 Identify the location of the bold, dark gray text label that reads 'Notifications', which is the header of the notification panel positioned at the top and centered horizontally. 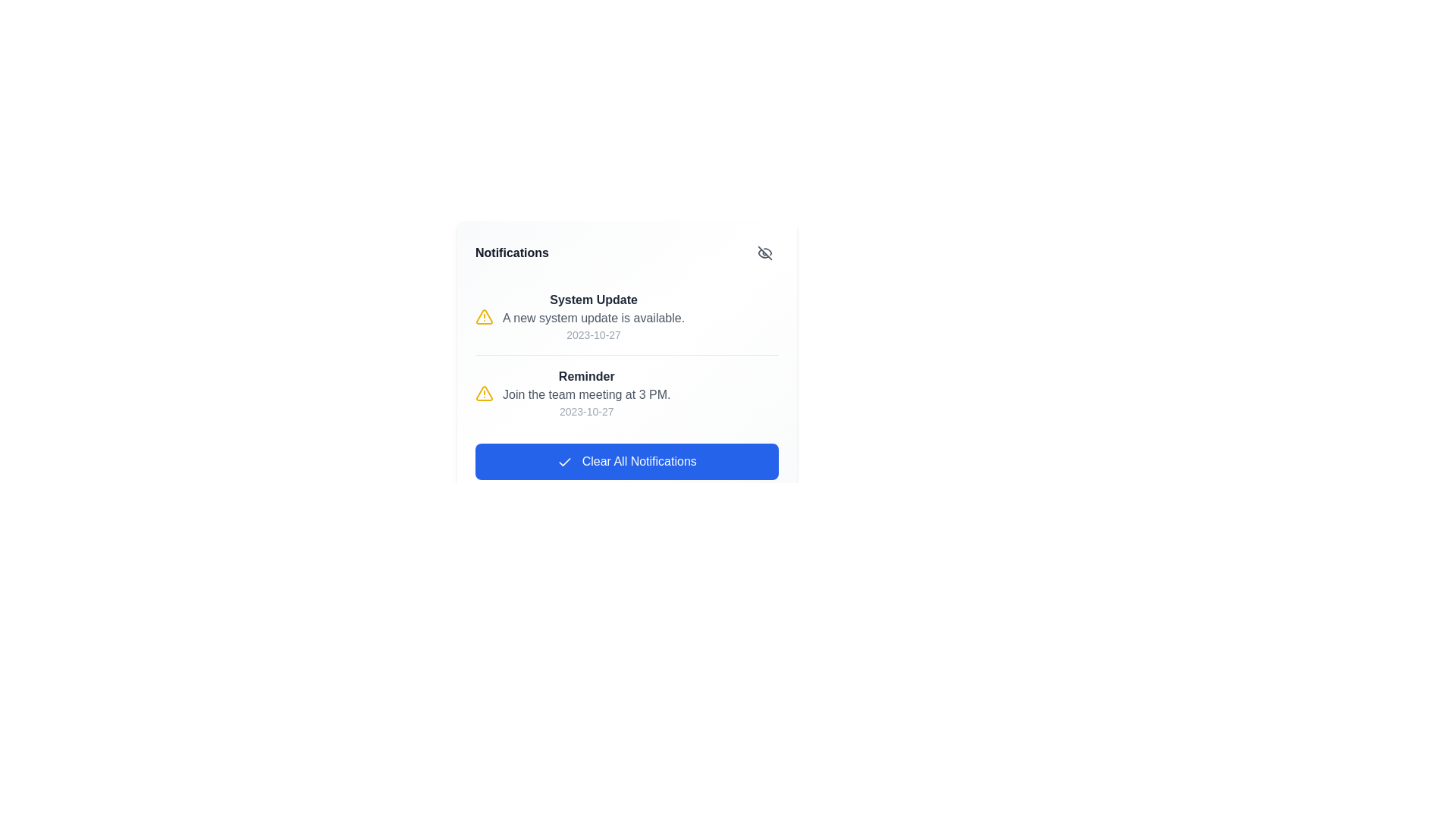
(512, 253).